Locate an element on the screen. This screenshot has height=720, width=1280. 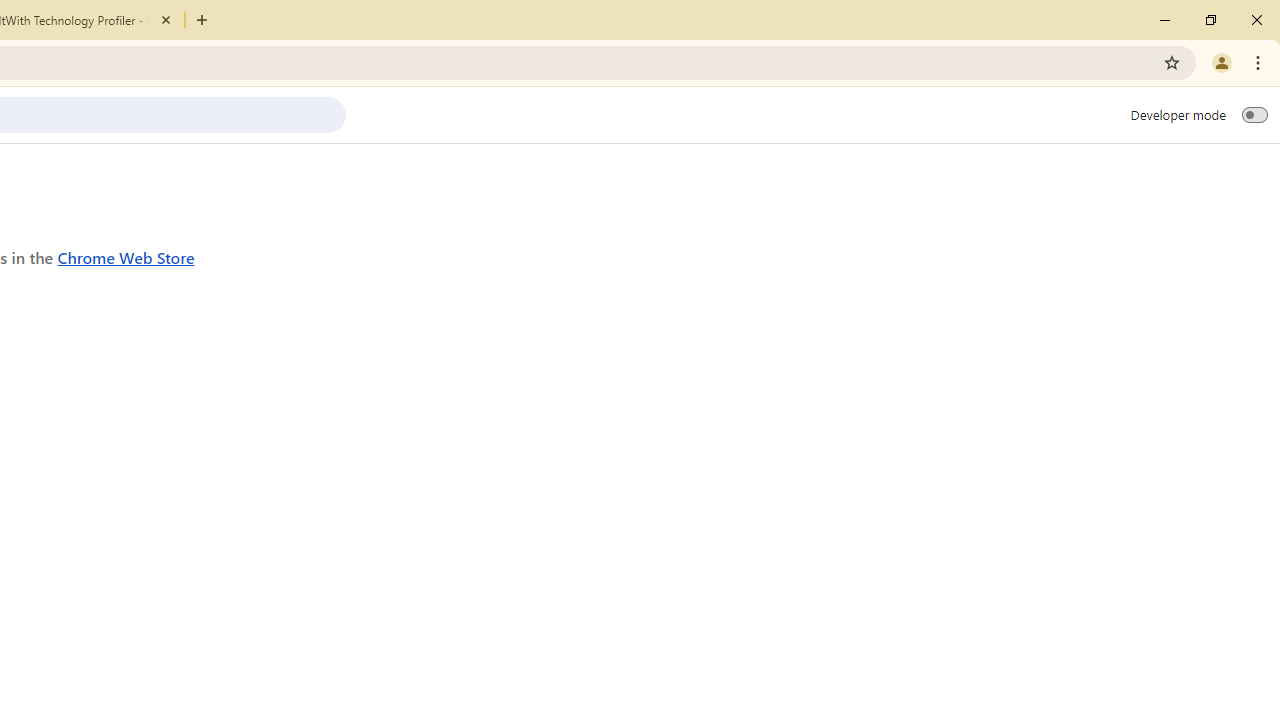
'Chrome Web Store' is located at coordinates (125, 256).